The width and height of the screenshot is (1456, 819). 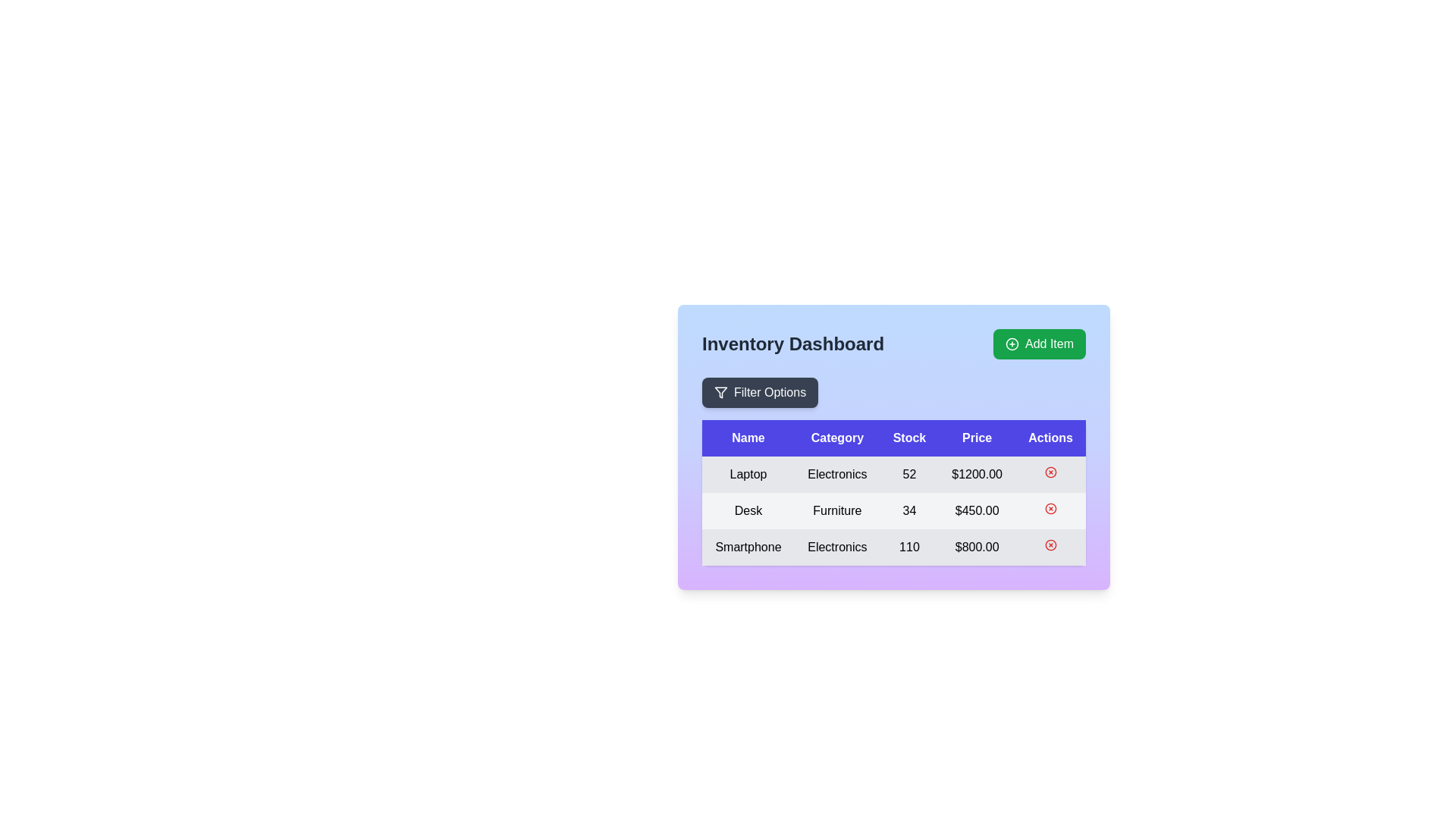 I want to click on the third row in the Inventory Dashboard table, which contains the product 'Smartphone' in the Name column, so click(x=894, y=547).